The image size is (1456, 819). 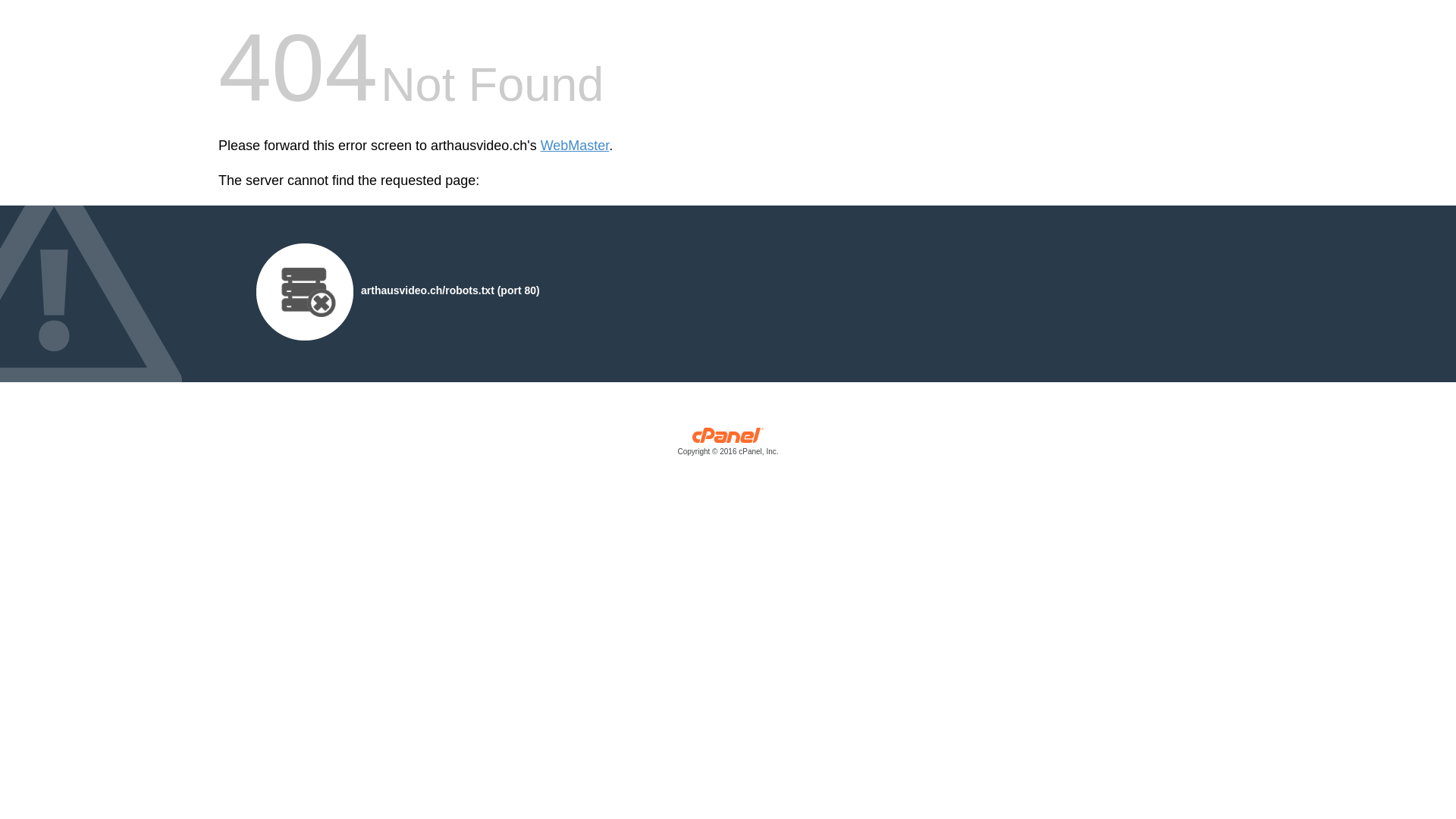 I want to click on 'WebMaster', so click(x=574, y=146).